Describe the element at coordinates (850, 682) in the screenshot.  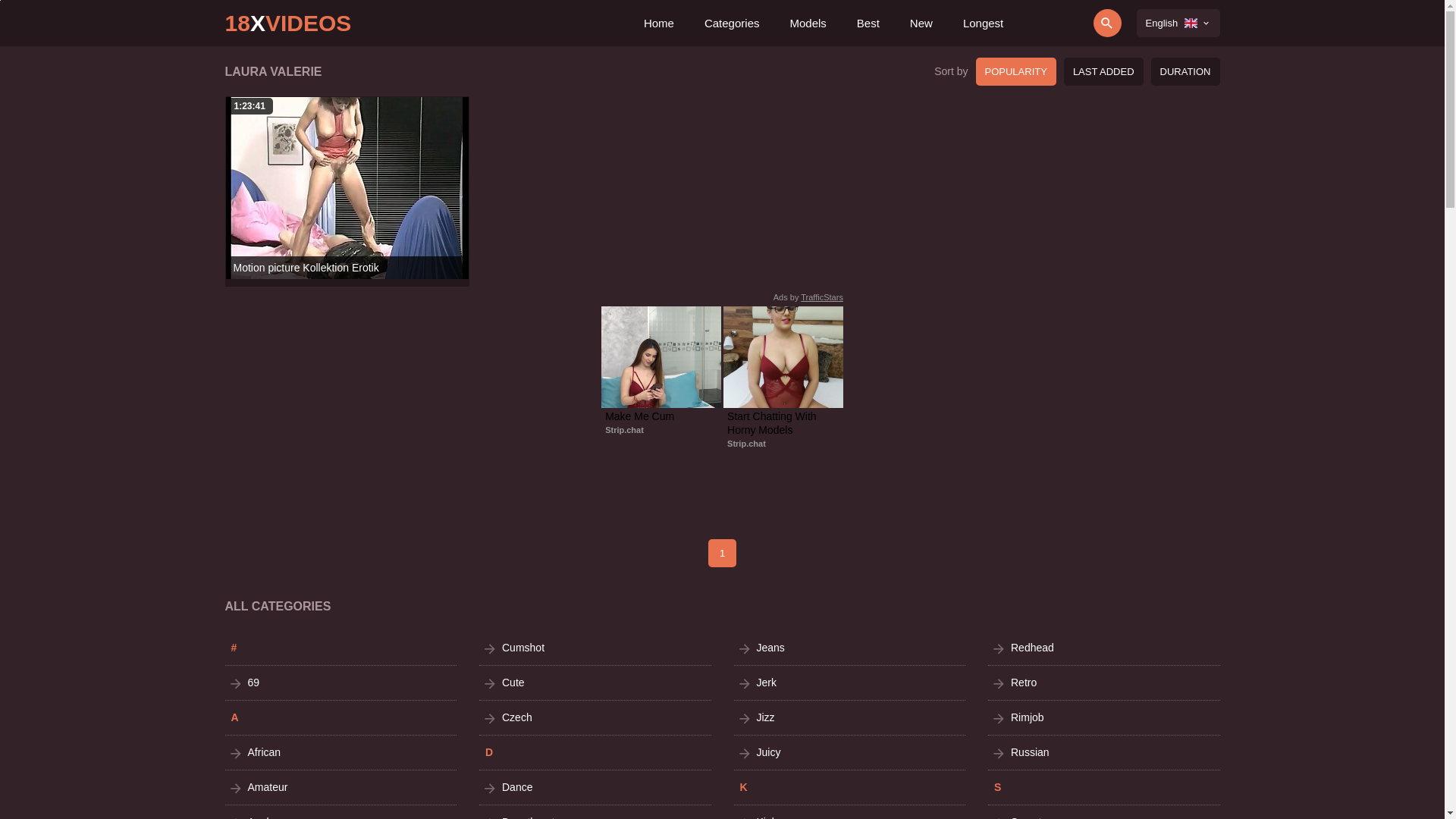
I see `'Jerk'` at that location.